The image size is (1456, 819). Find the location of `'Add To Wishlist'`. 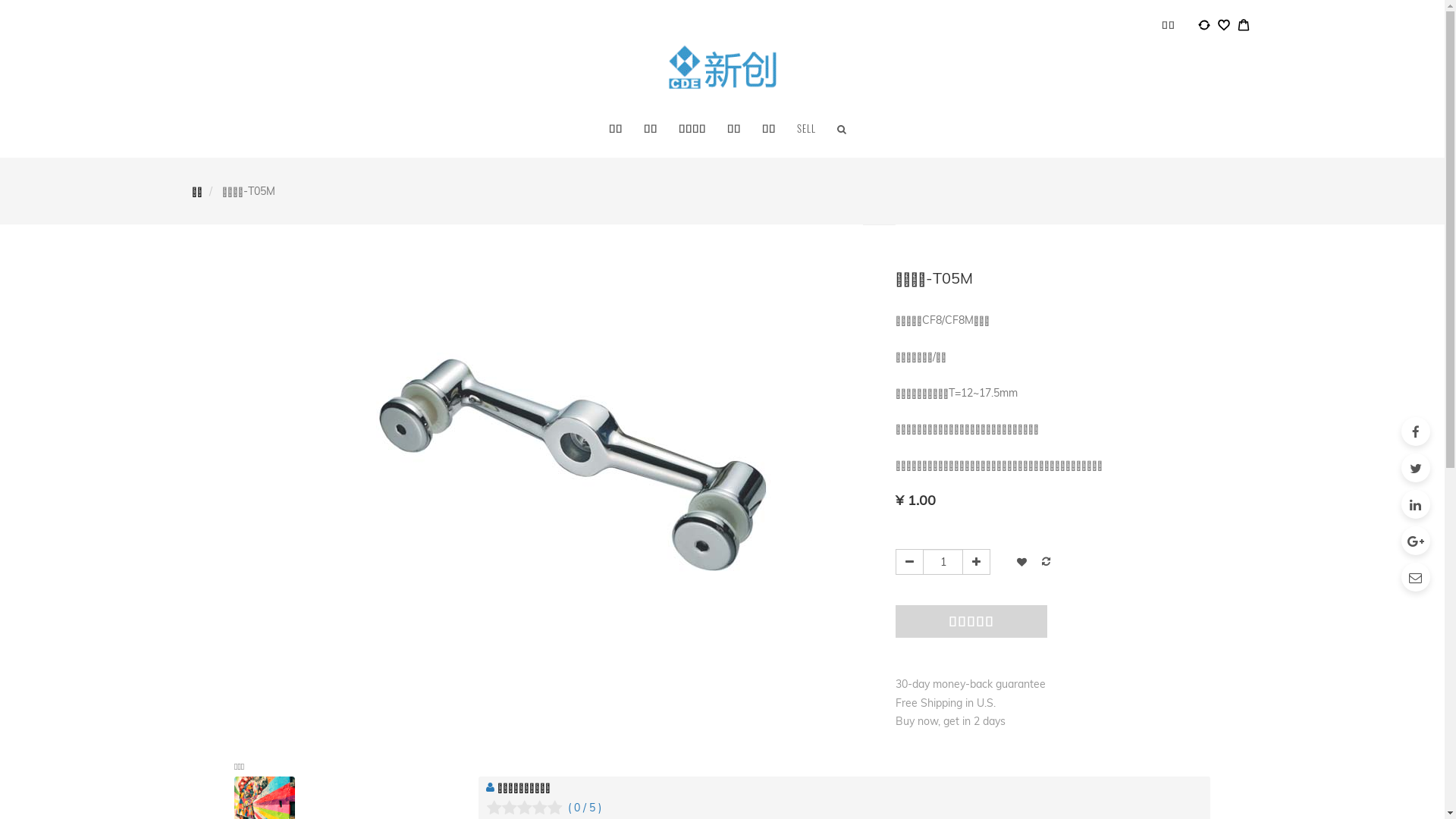

'Add To Wishlist' is located at coordinates (1021, 561).